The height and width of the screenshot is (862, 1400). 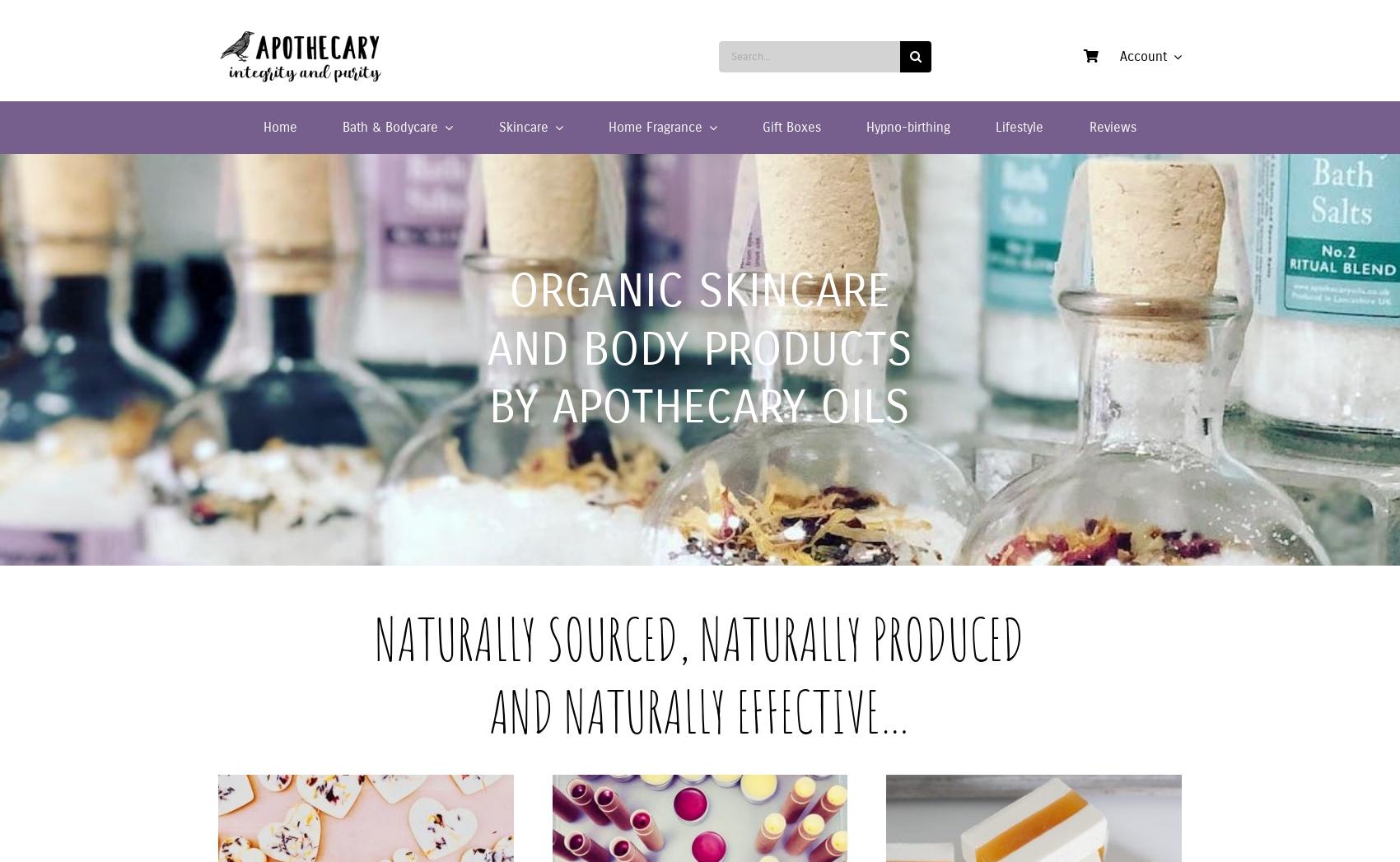 What do you see at coordinates (1142, 56) in the screenshot?
I see `'Account'` at bounding box center [1142, 56].